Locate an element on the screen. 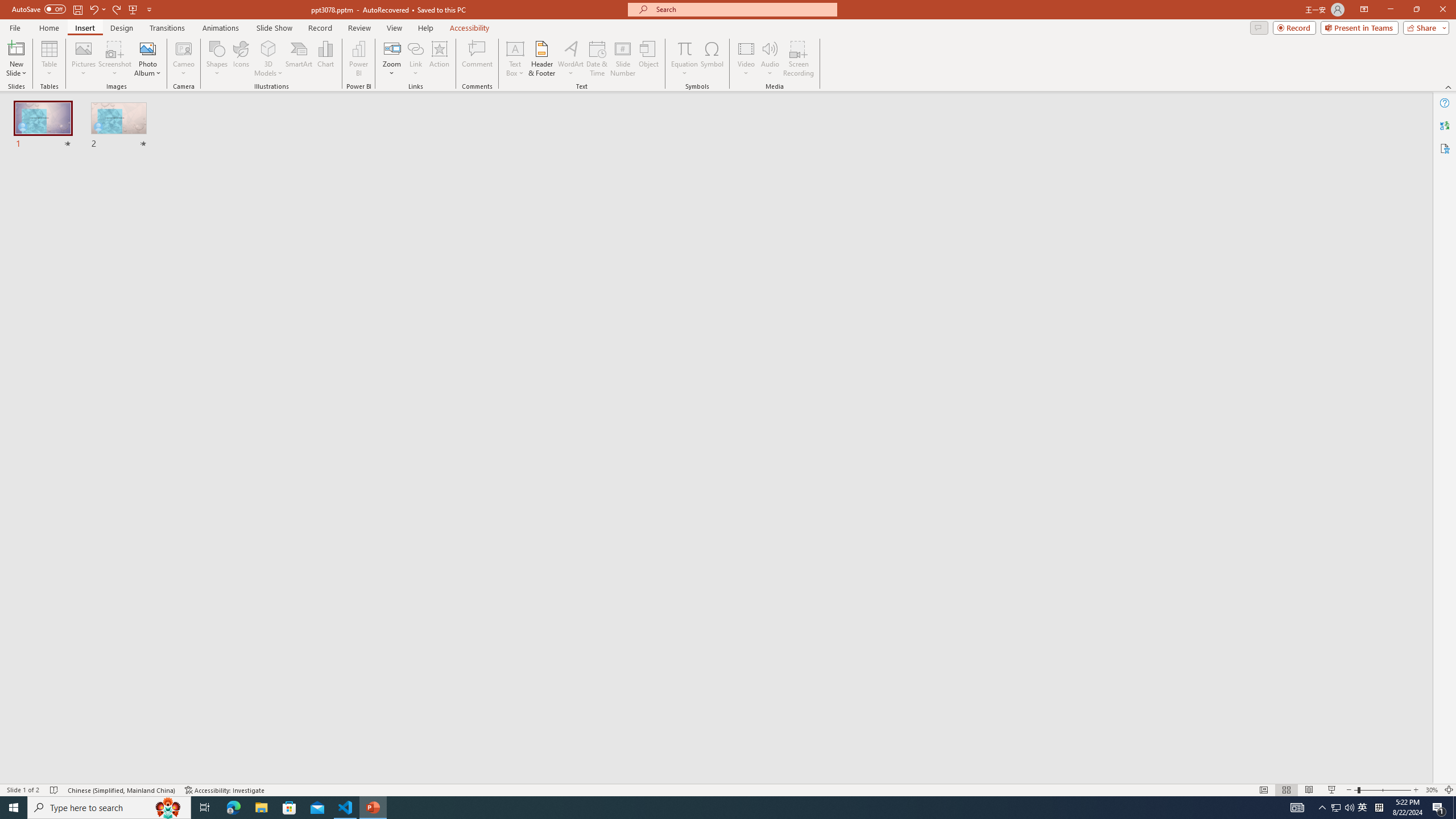 The height and width of the screenshot is (819, 1456). 'Translator' is located at coordinates (1444, 126).